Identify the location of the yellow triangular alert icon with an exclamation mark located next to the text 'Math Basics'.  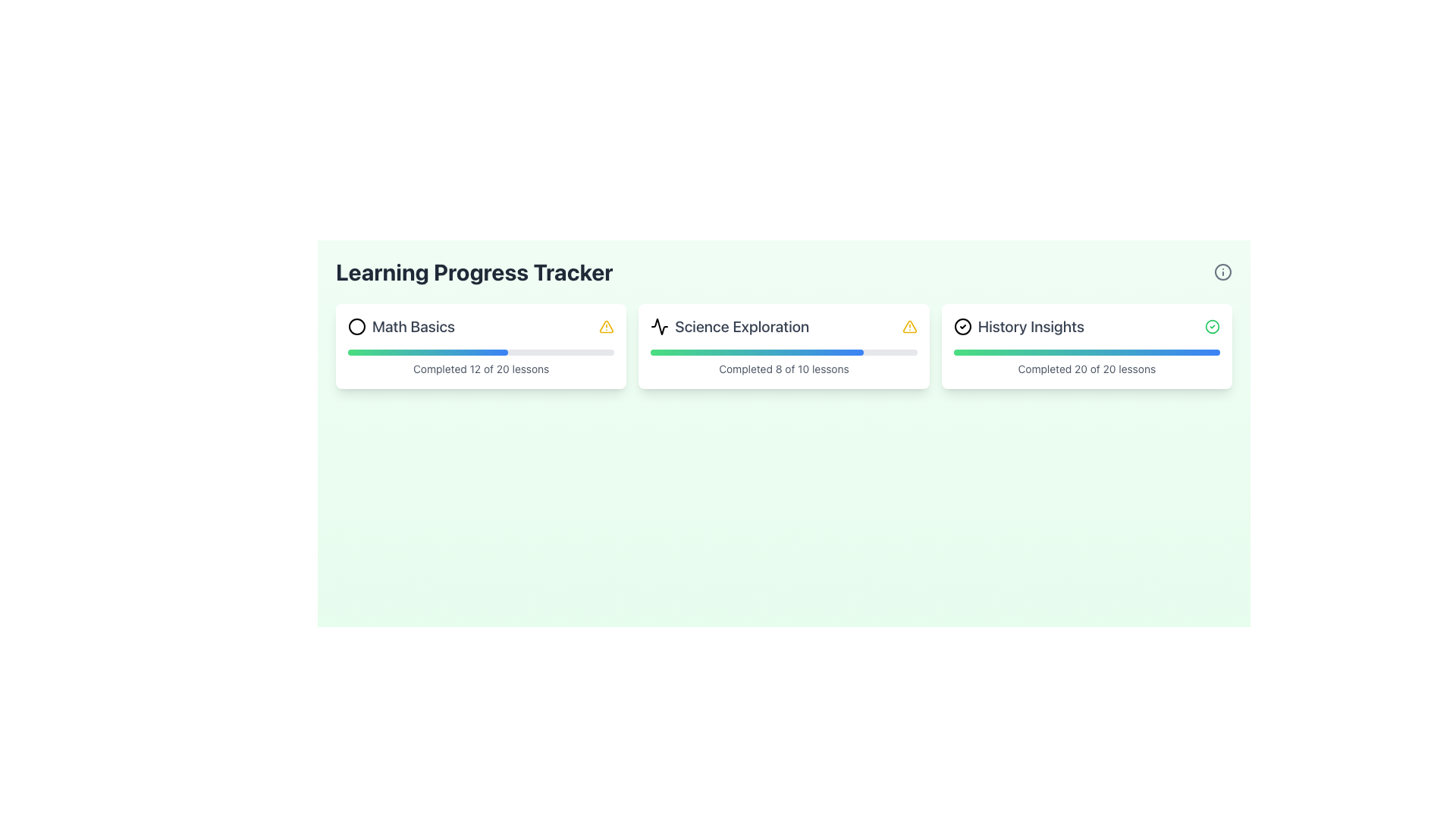
(607, 326).